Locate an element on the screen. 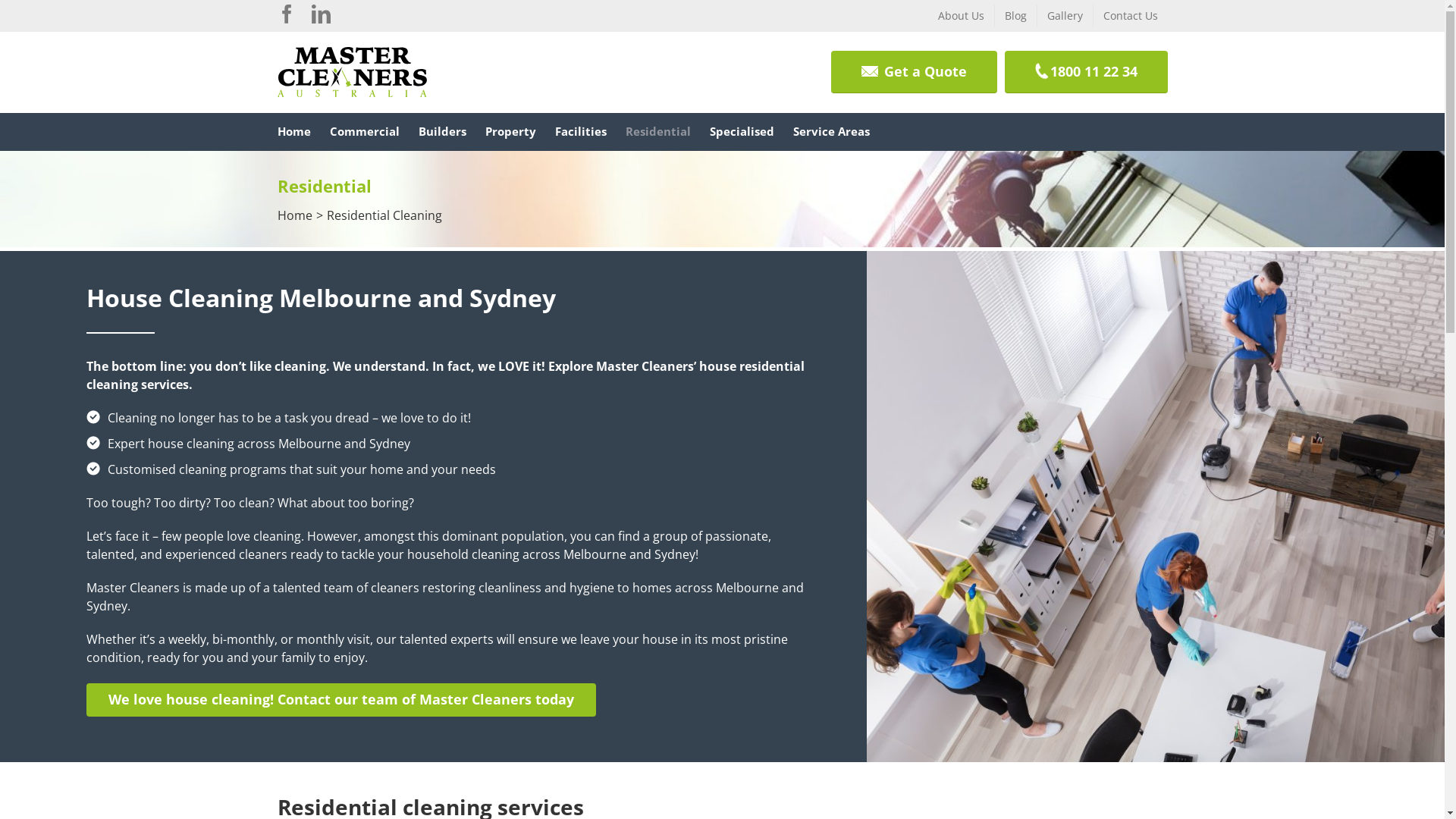 Image resolution: width=1456 pixels, height=819 pixels. 'Blog' is located at coordinates (1015, 15).